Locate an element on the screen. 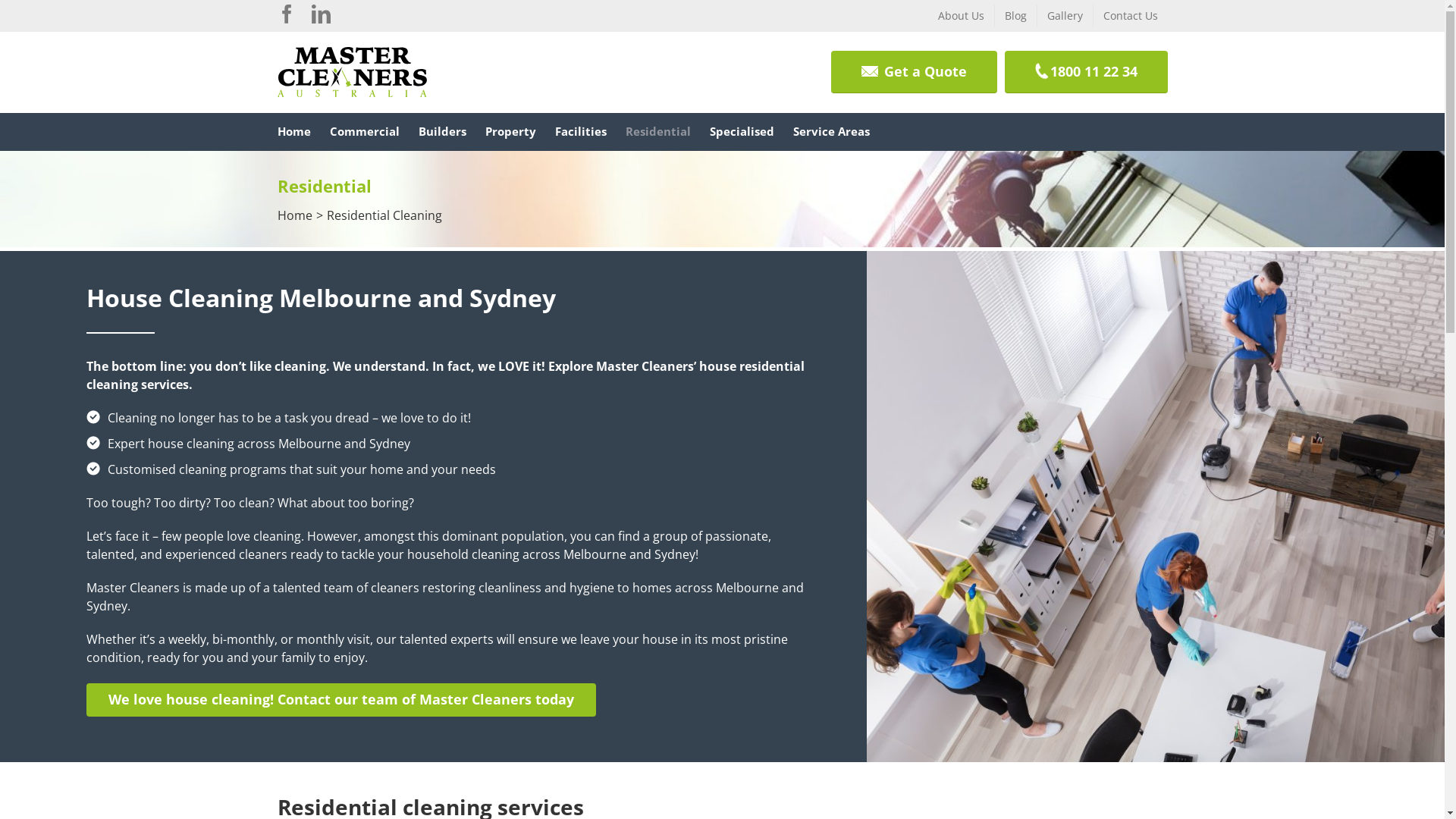 Image resolution: width=1456 pixels, height=819 pixels. 'Blog' is located at coordinates (1015, 15).